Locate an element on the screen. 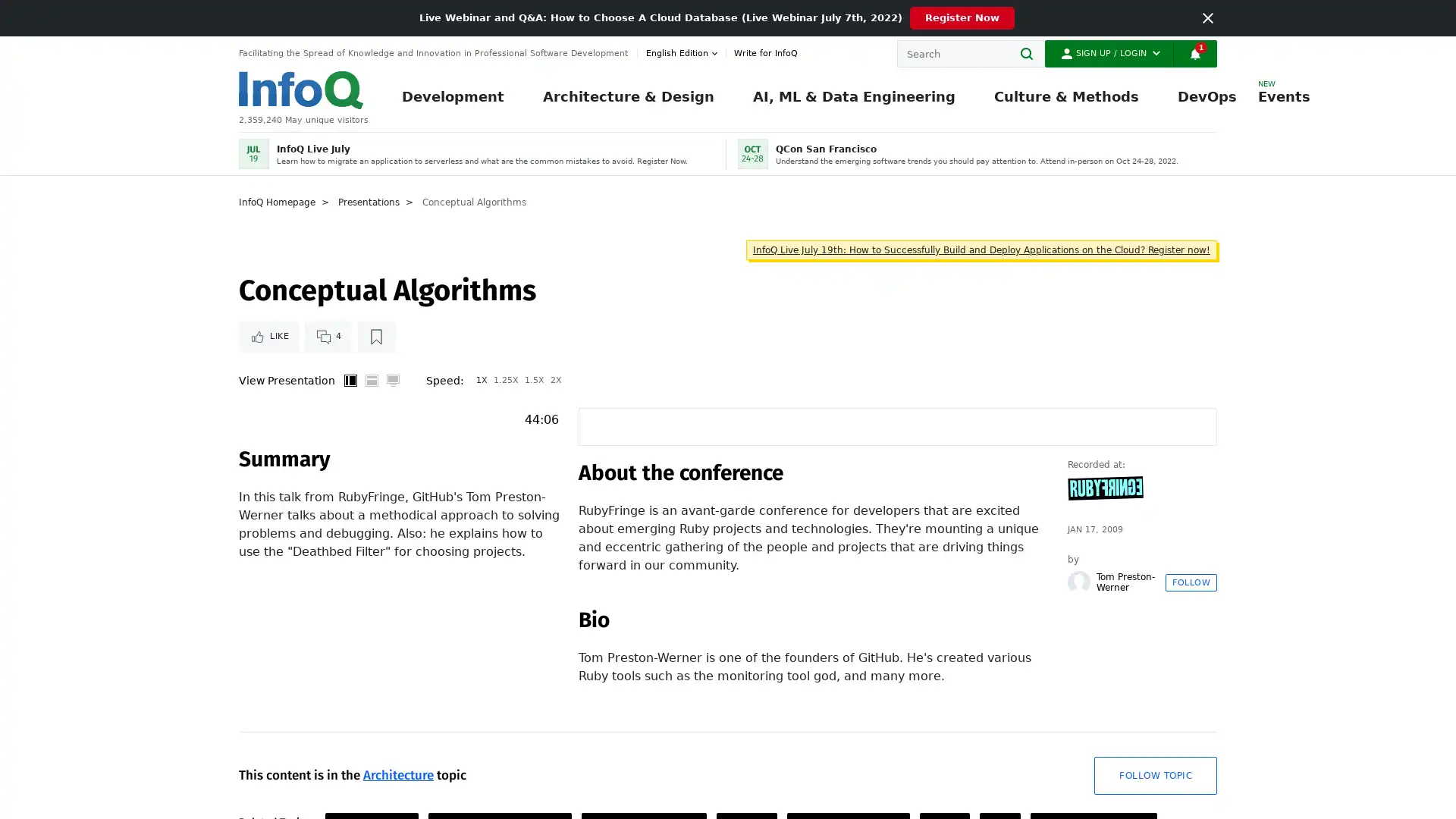 The image size is (1456, 819). Vertical is located at coordinates (349, 435).